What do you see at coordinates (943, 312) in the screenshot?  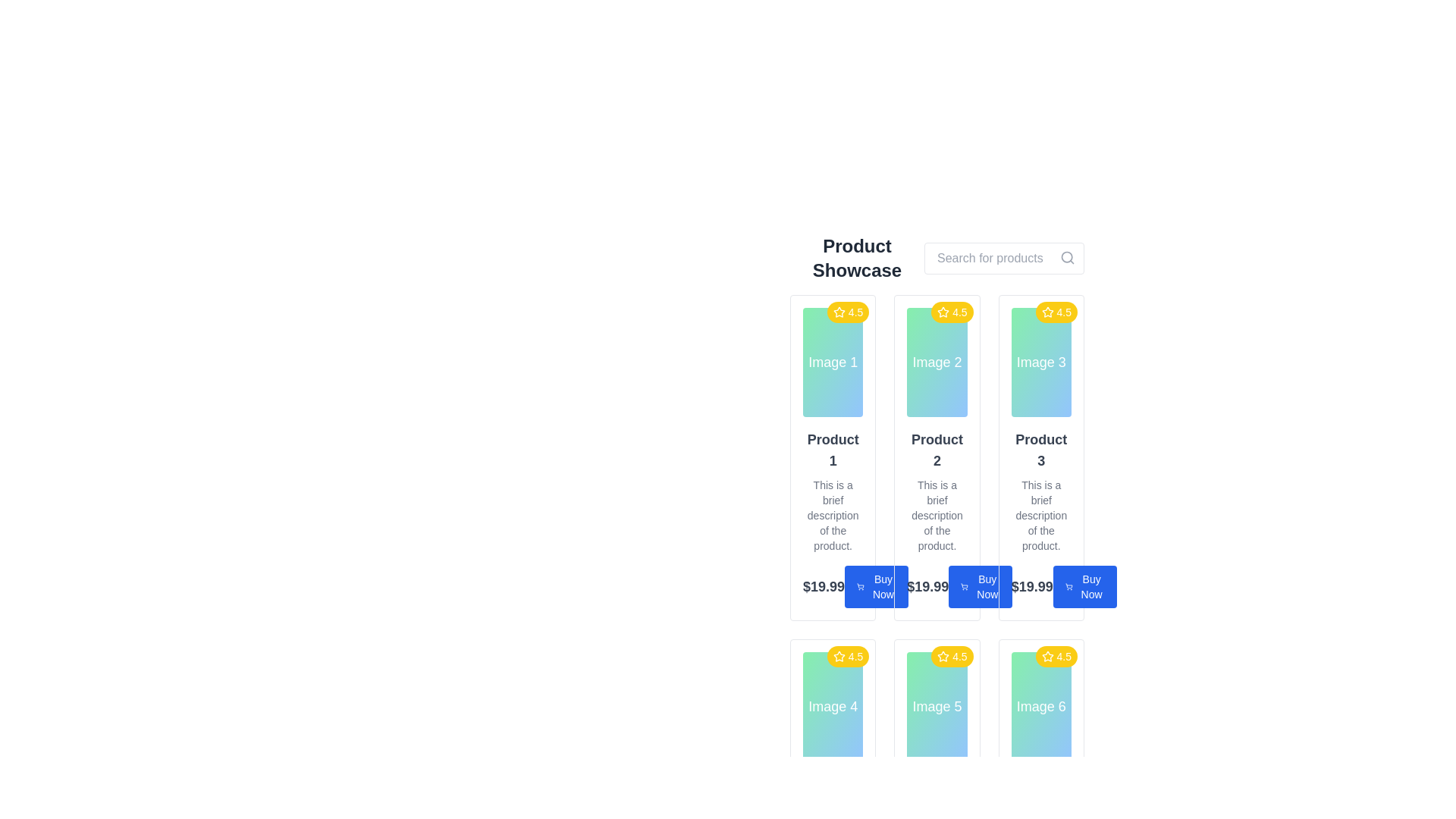 I see `the star icon located inside a yellow badge with a rounded rectangle background at the top-right corner of the second product card` at bounding box center [943, 312].